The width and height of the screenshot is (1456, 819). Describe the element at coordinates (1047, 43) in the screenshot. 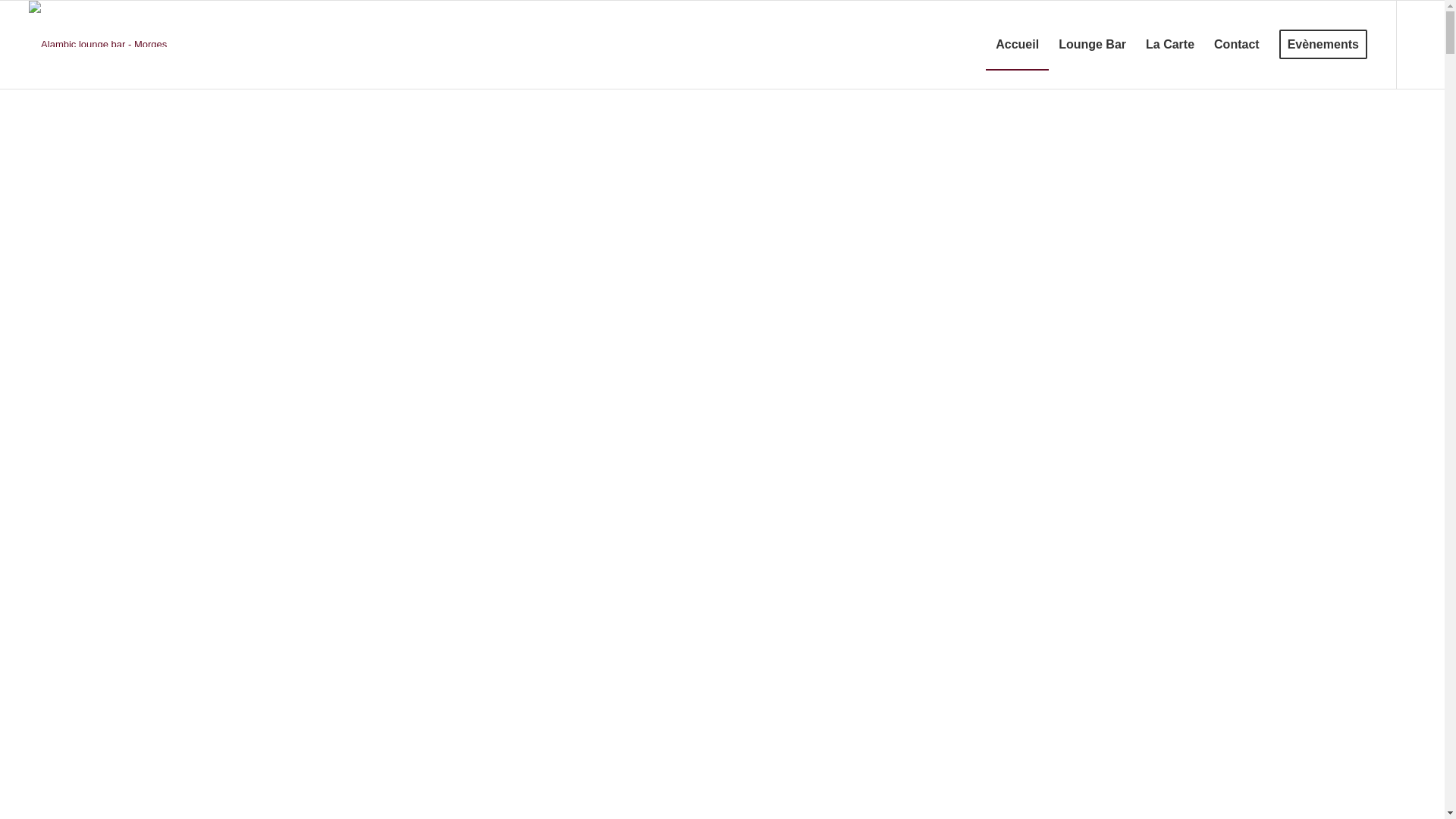

I see `'Lounge Bar'` at that location.